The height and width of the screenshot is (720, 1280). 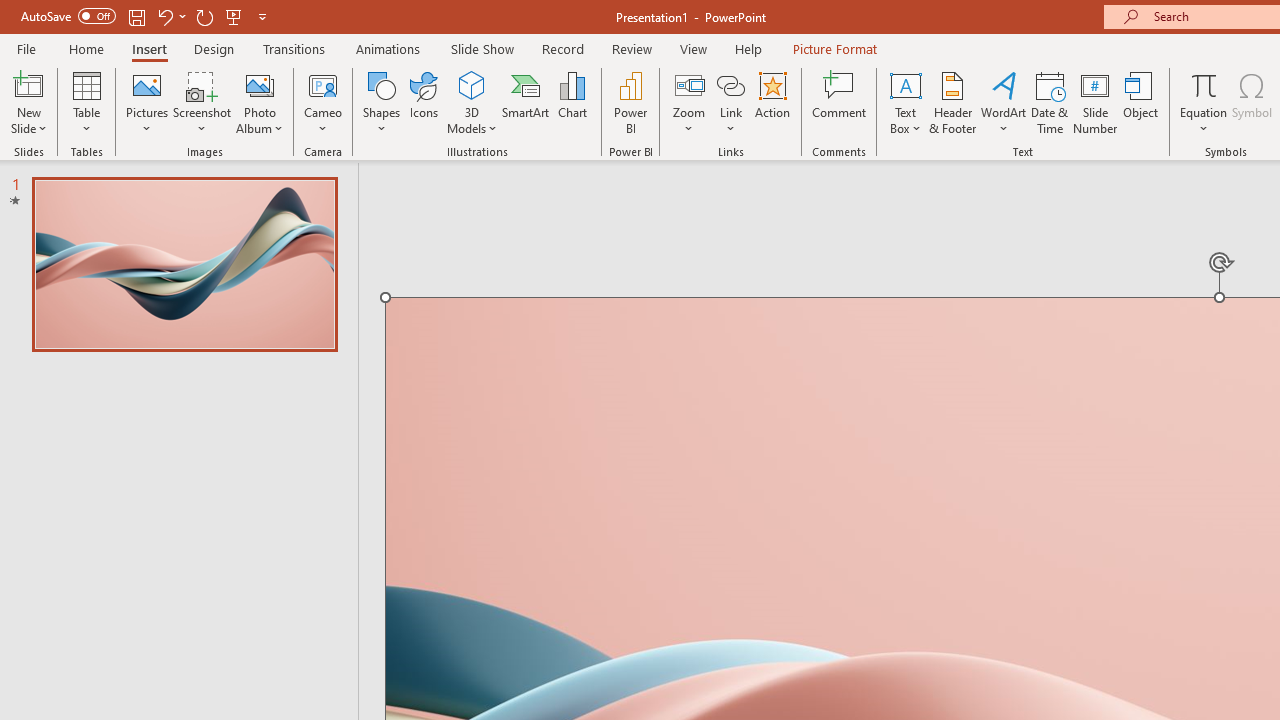 I want to click on 'Draw Horizontal Text Box', so click(x=904, y=84).